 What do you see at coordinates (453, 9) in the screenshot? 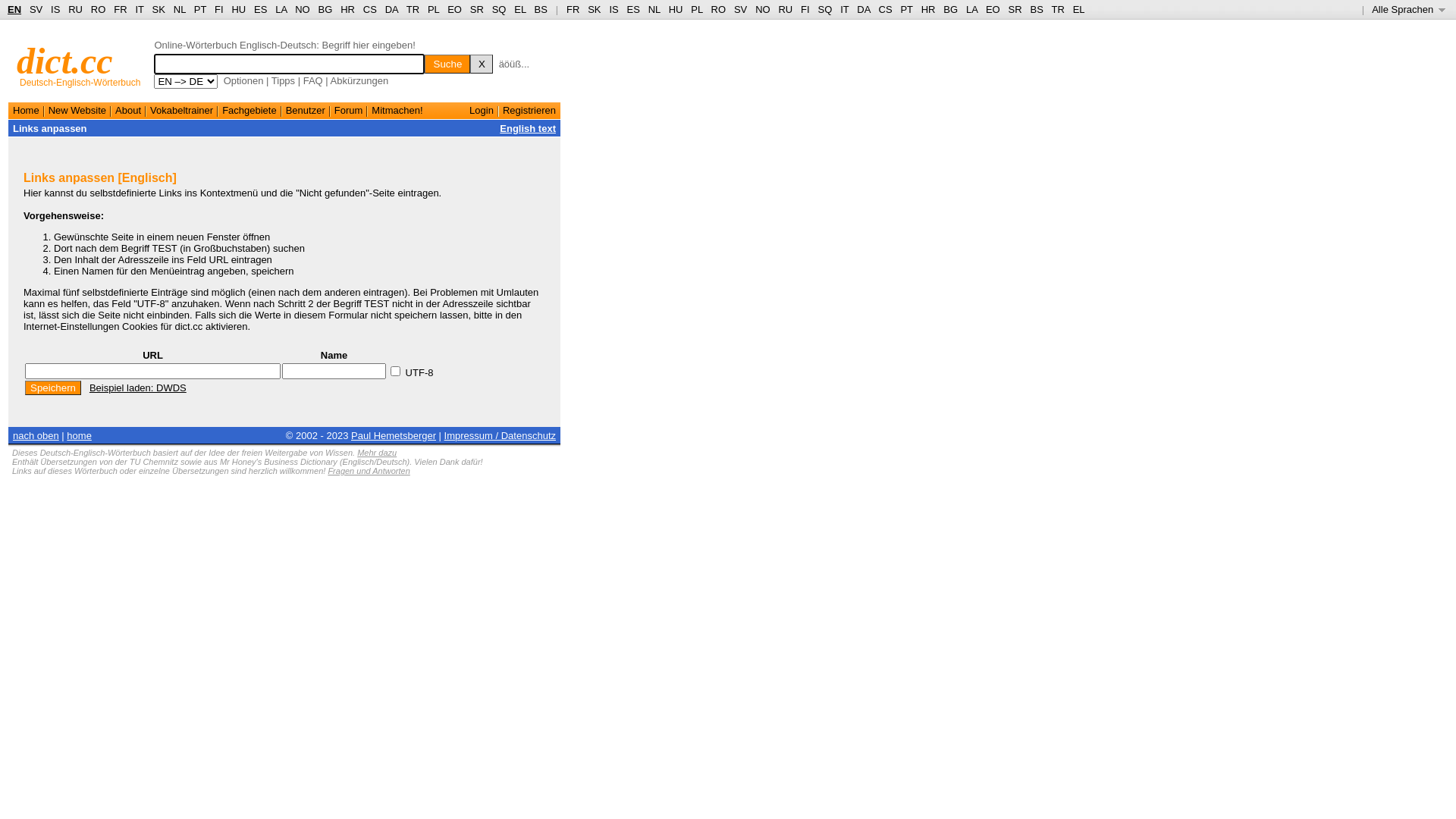
I see `'EO'` at bounding box center [453, 9].